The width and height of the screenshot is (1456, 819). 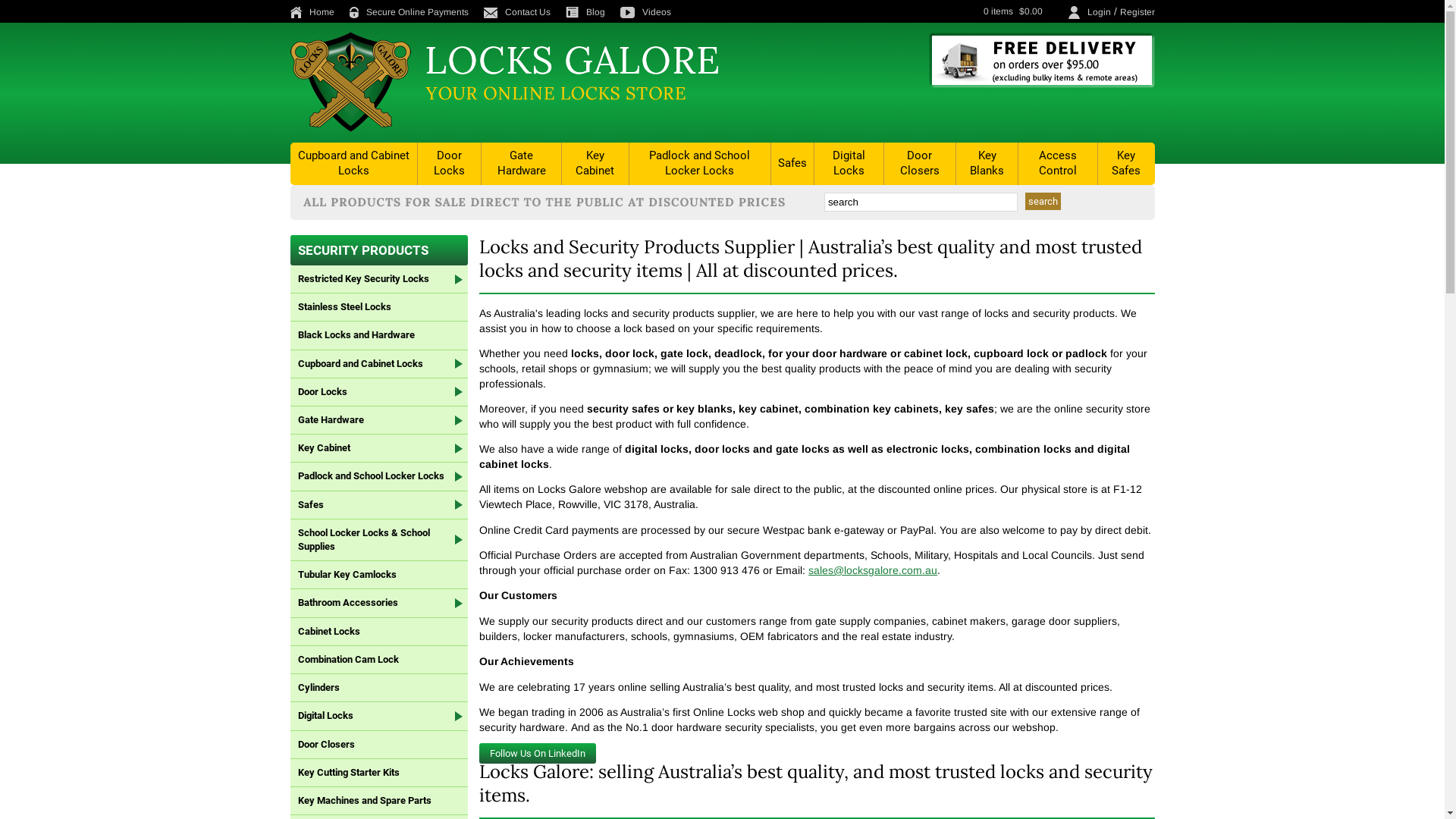 What do you see at coordinates (987, 163) in the screenshot?
I see `'Key Blanks'` at bounding box center [987, 163].